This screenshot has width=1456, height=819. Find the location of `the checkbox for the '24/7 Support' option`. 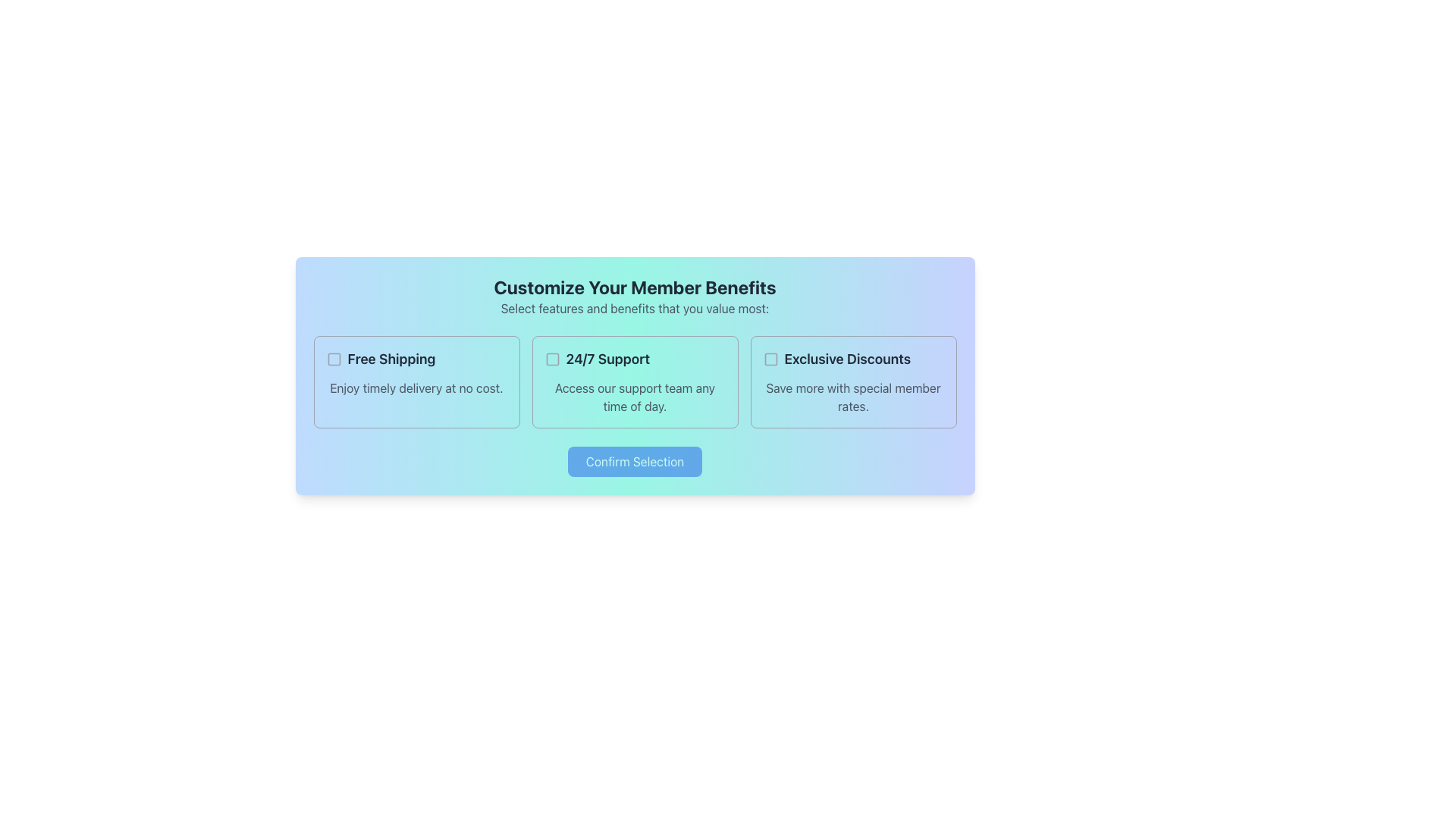

the checkbox for the '24/7 Support' option is located at coordinates (551, 359).